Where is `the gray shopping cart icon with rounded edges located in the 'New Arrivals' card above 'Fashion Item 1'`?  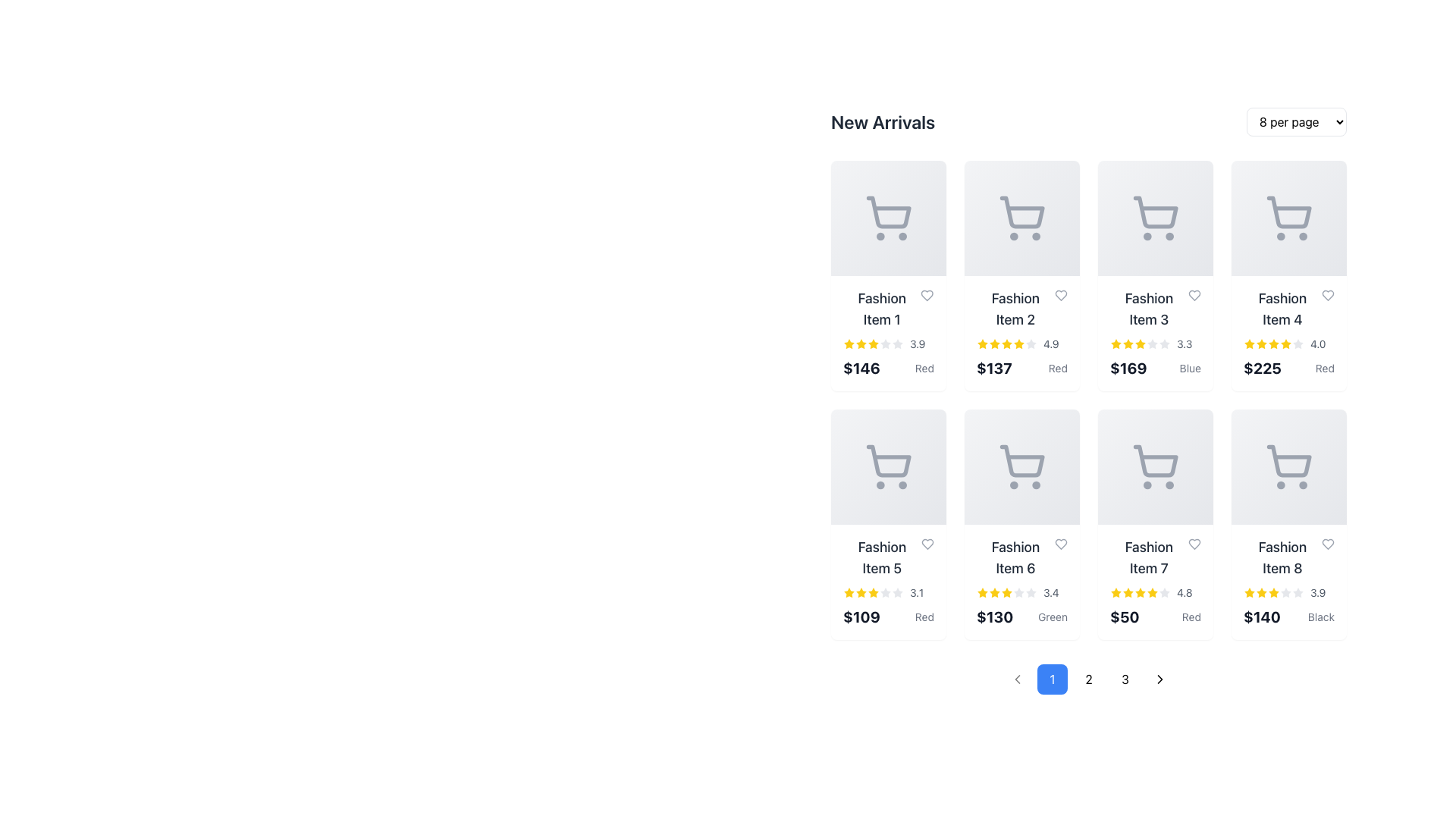 the gray shopping cart icon with rounded edges located in the 'New Arrivals' card above 'Fashion Item 1' is located at coordinates (888, 218).